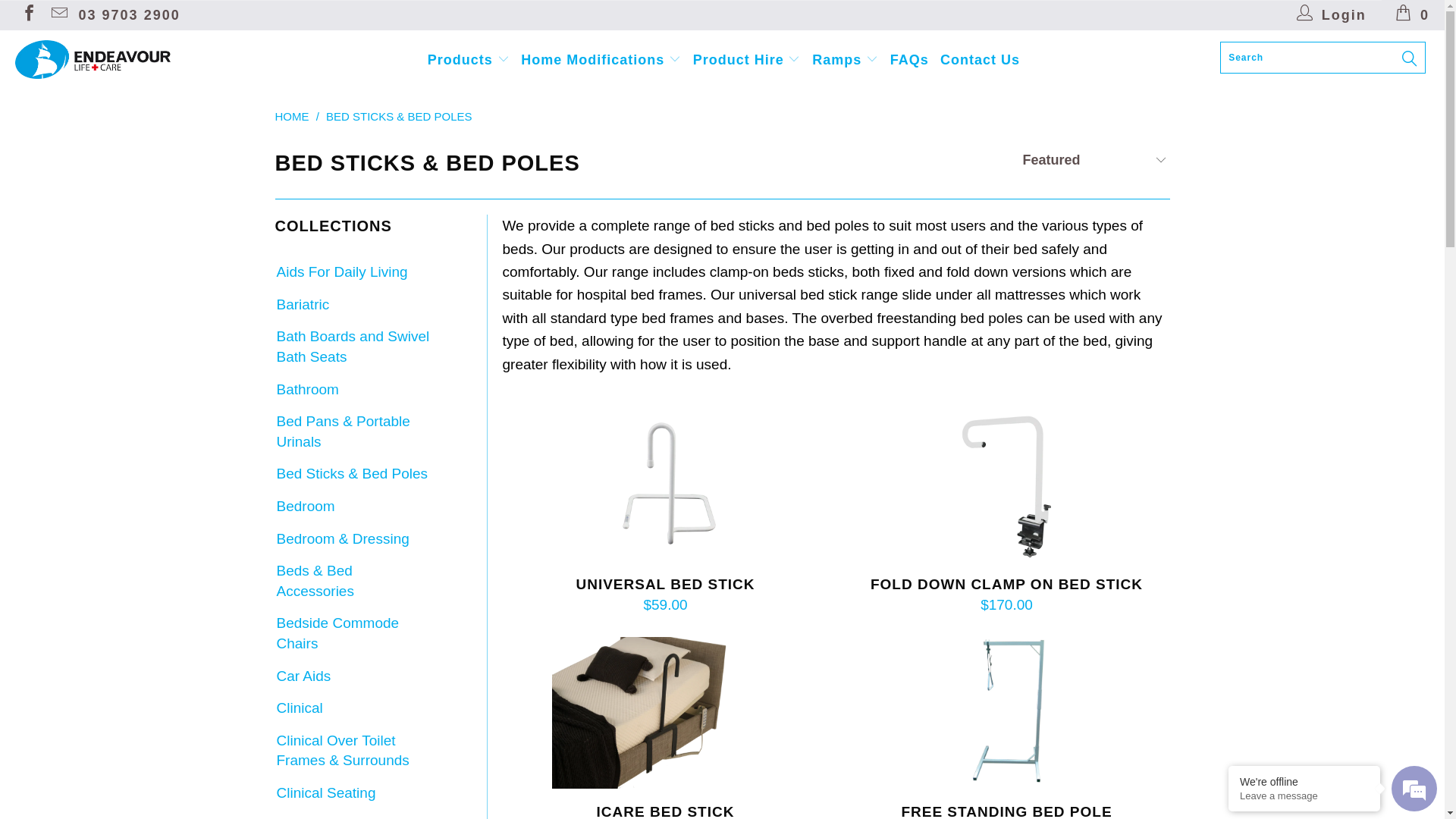 The image size is (1456, 819). Describe the element at coordinates (844, 58) in the screenshot. I see `'Ramps'` at that location.